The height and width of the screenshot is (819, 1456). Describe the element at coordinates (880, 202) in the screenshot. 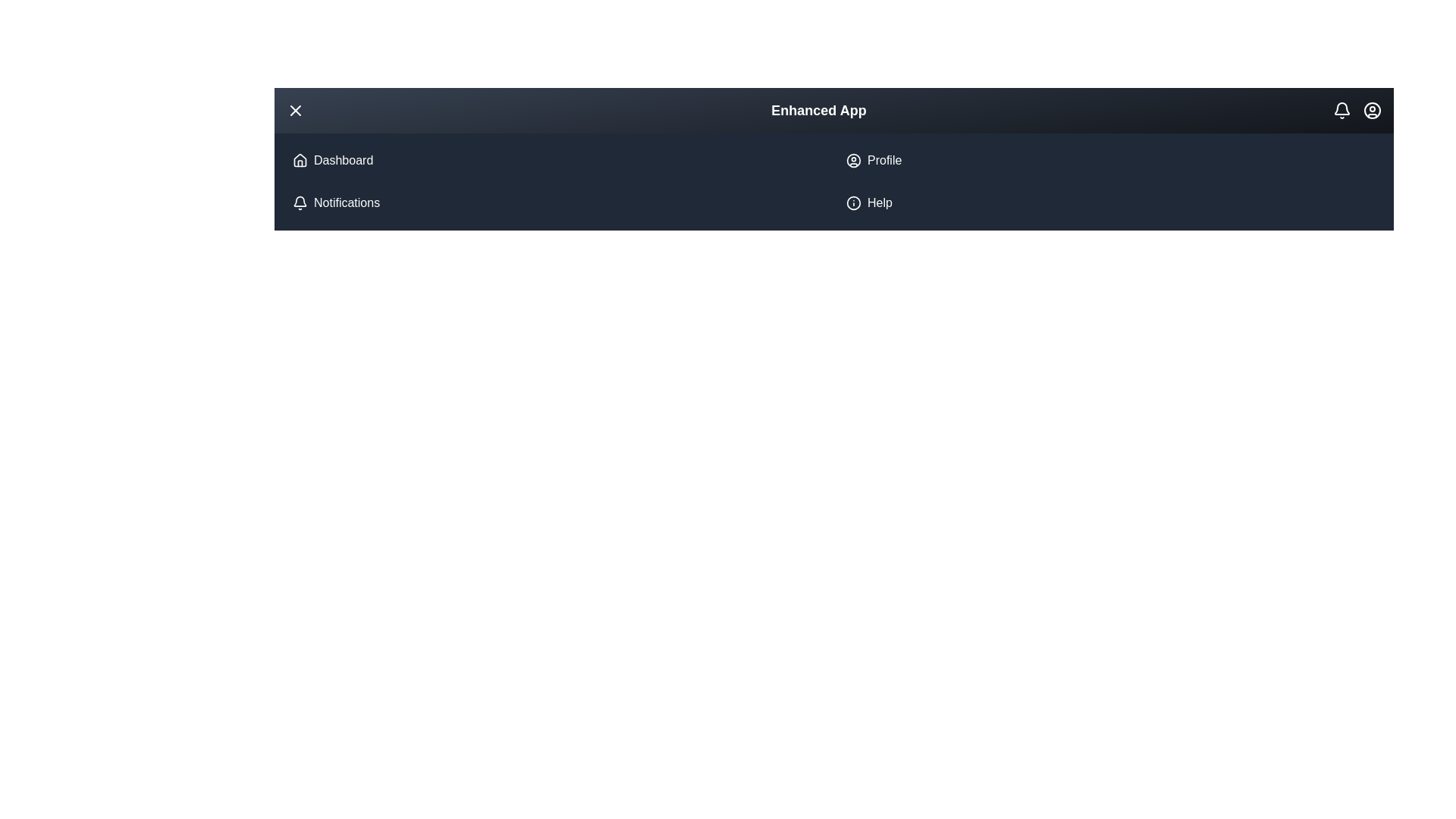

I see `the 'Help' list item in the menu` at that location.